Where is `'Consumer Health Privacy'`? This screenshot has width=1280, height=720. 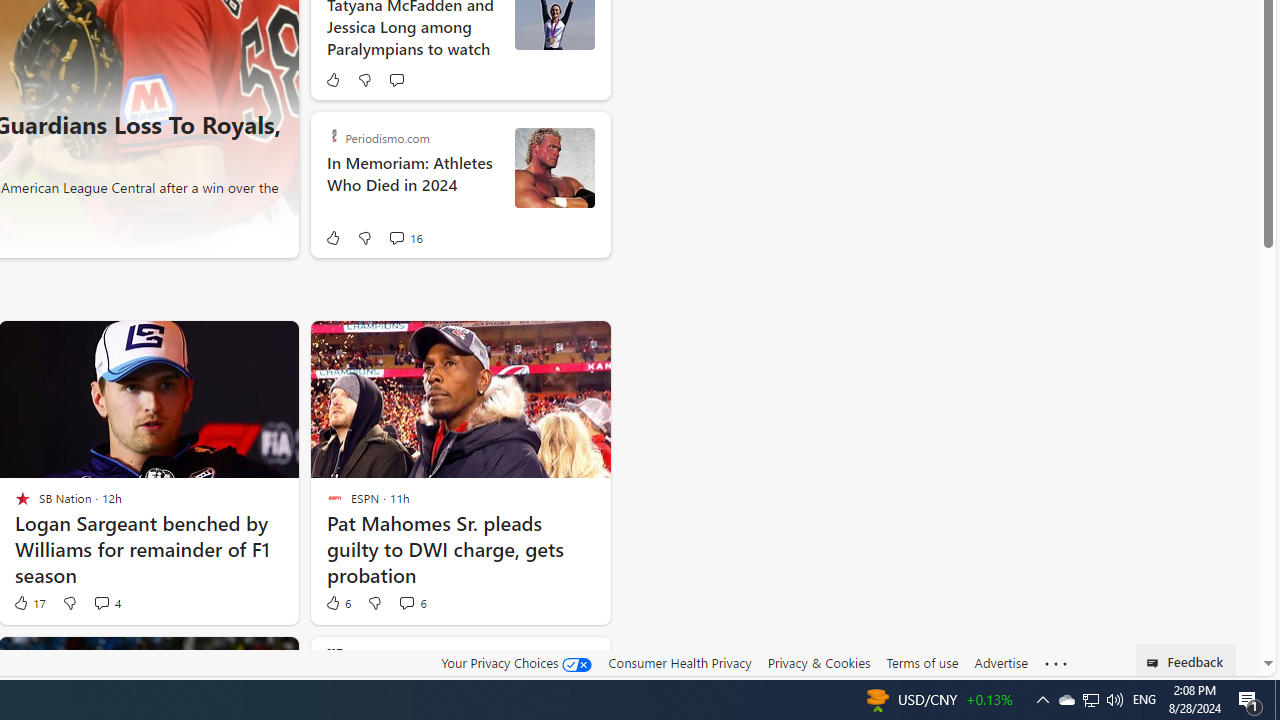
'Consumer Health Privacy' is located at coordinates (680, 663).